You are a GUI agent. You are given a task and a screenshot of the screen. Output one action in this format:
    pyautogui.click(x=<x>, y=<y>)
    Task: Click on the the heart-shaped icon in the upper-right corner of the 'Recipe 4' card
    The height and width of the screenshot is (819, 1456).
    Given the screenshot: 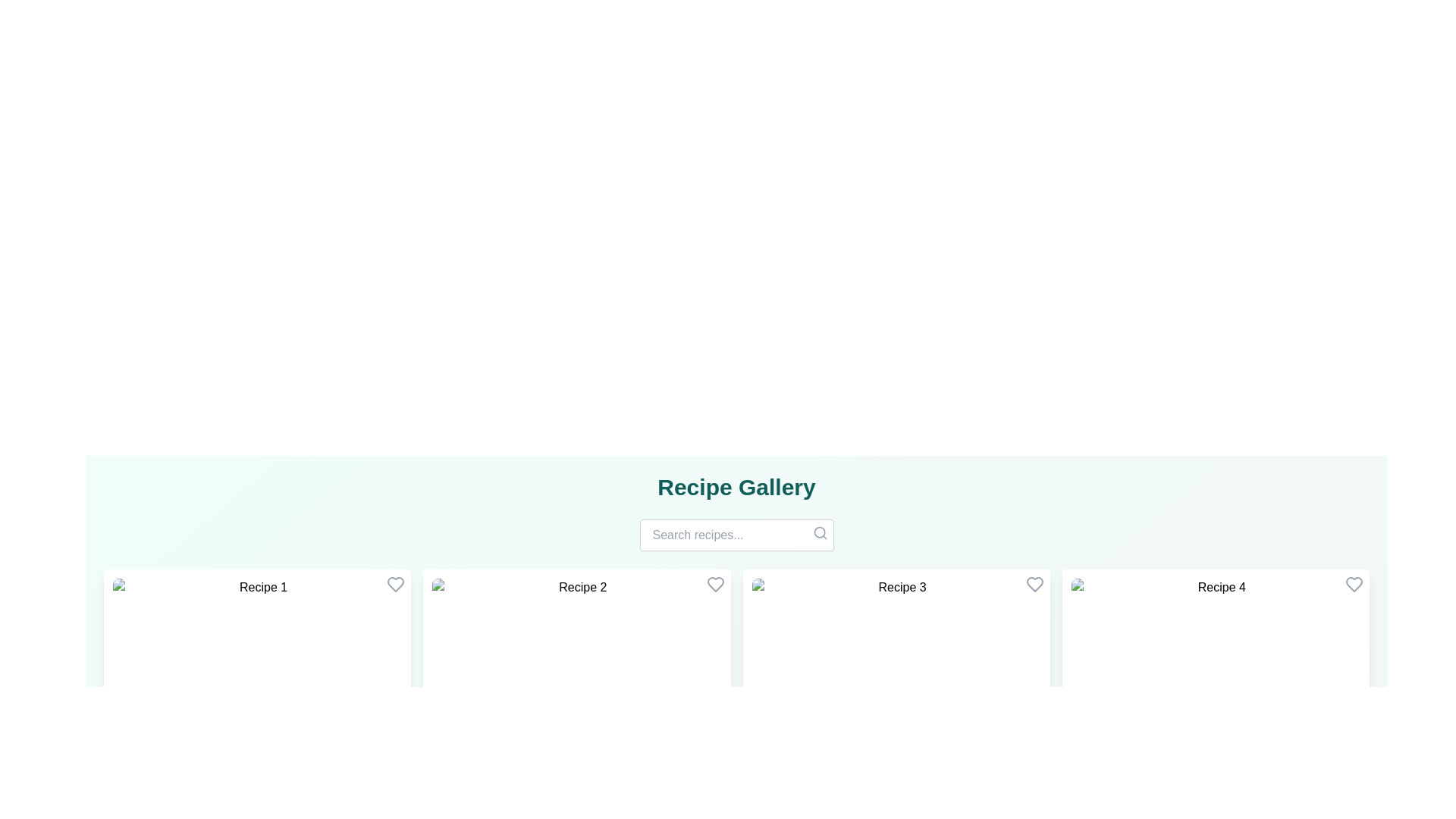 What is the action you would take?
    pyautogui.click(x=1354, y=584)
    